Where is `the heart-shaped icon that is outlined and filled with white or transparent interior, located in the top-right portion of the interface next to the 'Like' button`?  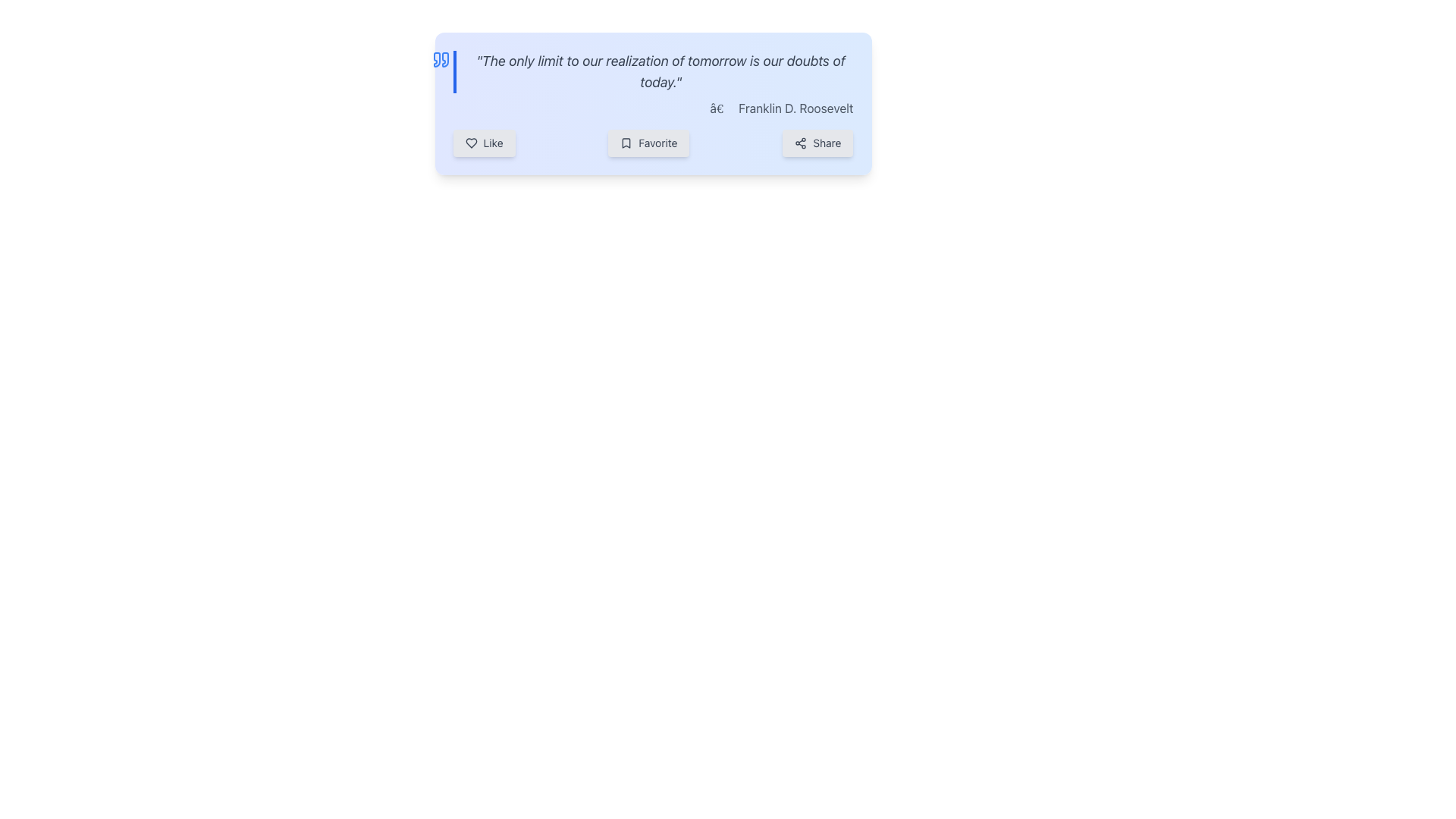
the heart-shaped icon that is outlined and filled with white or transparent interior, located in the top-right portion of the interface next to the 'Like' button is located at coordinates (470, 143).